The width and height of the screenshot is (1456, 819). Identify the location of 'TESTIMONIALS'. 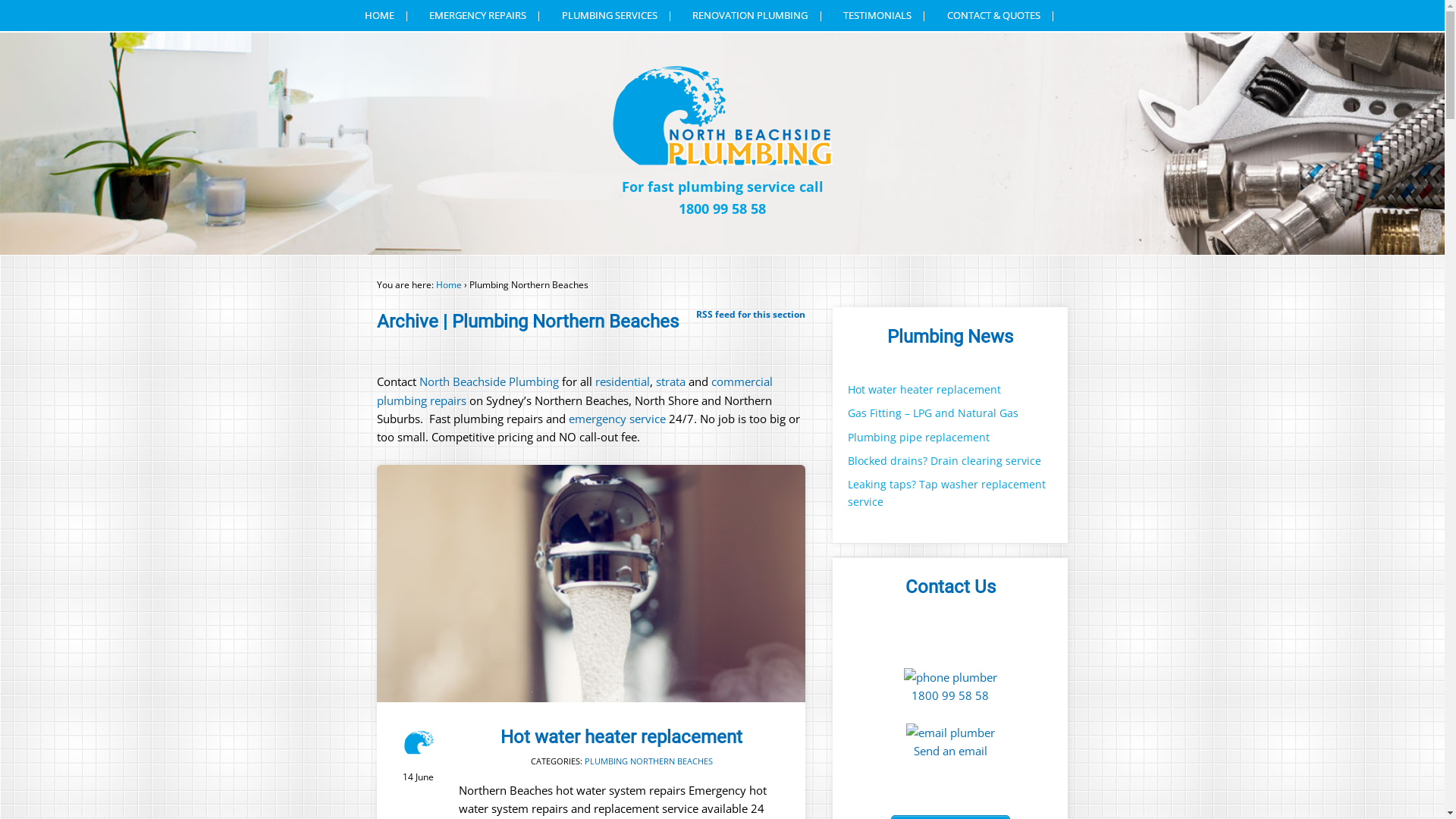
(885, 15).